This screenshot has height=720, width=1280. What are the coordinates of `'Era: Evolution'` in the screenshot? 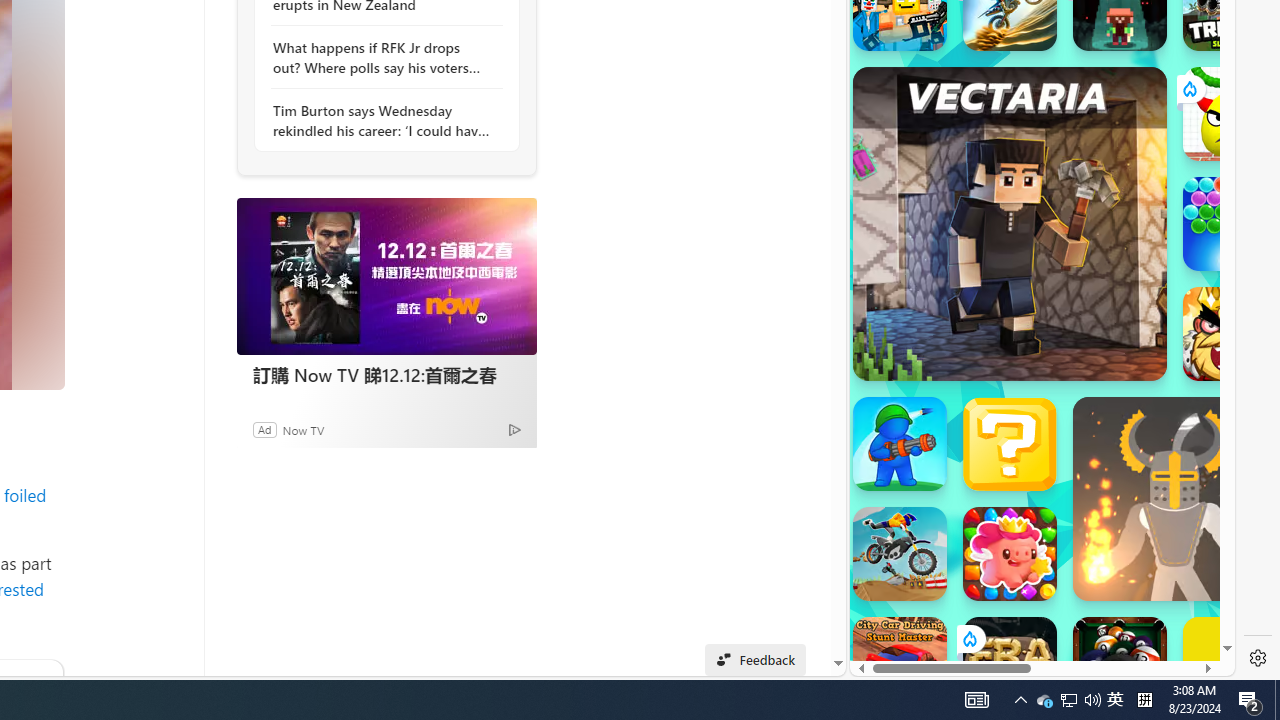 It's located at (1009, 664).